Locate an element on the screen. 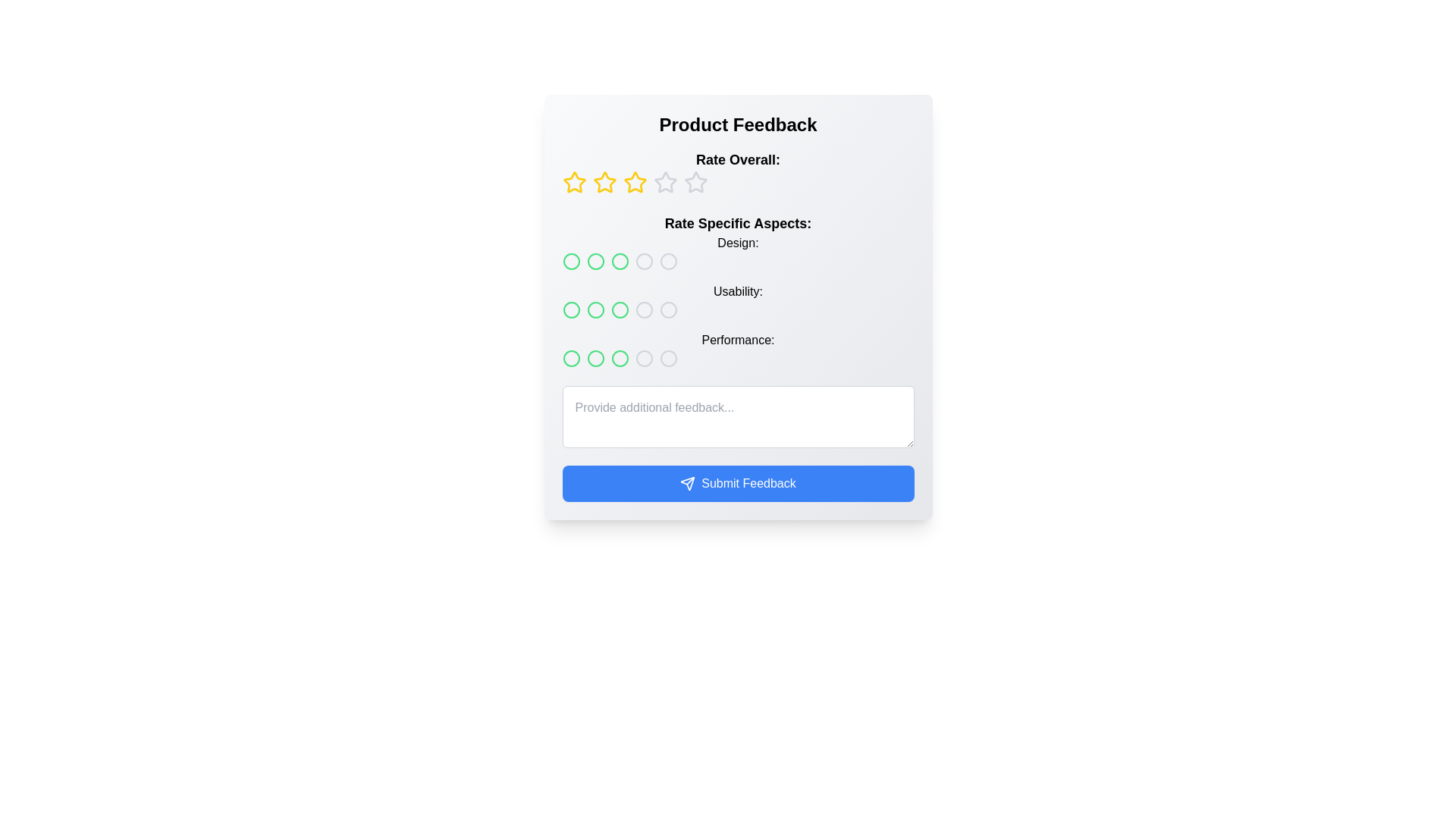 The width and height of the screenshot is (1456, 819). the third circular icon representing the 'Design' rating in the 'Rate Specific Aspects' section of the interface is located at coordinates (620, 260).